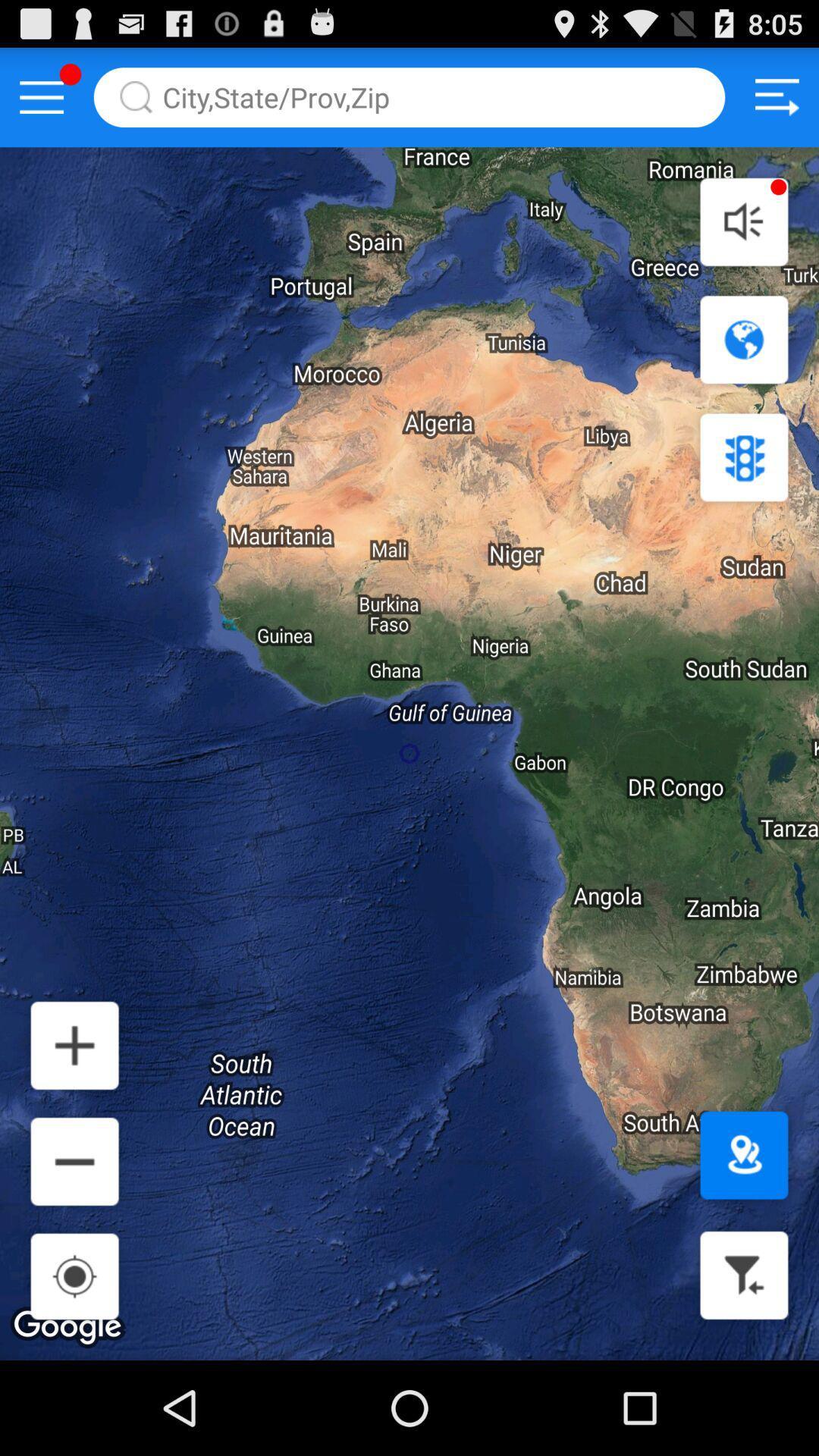 The height and width of the screenshot is (1456, 819). I want to click on show where you are, so click(743, 1154).